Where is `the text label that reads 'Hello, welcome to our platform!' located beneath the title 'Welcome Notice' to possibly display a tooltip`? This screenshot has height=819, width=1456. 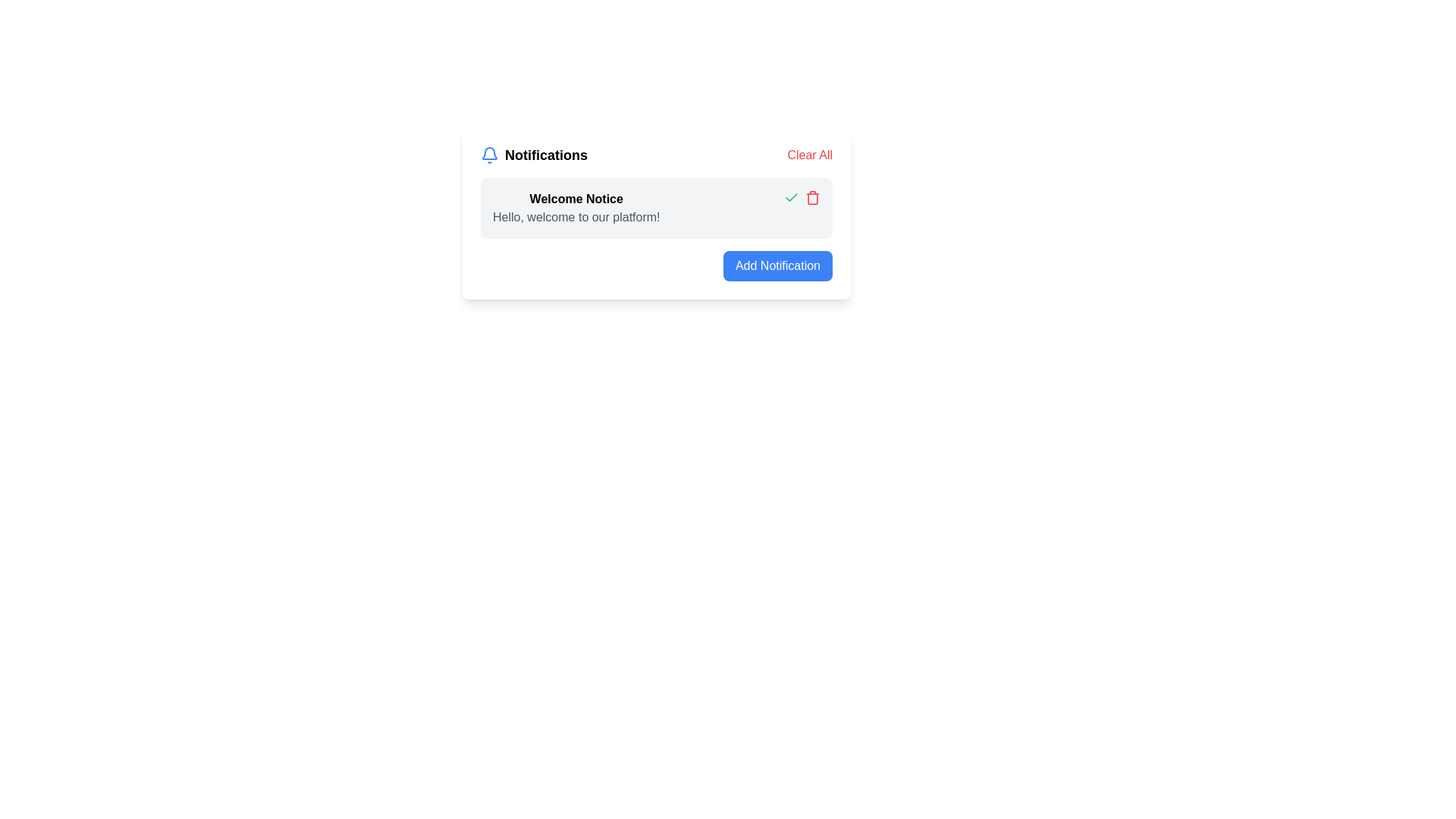
the text label that reads 'Hello, welcome to our platform!' located beneath the title 'Welcome Notice' to possibly display a tooltip is located at coordinates (576, 217).